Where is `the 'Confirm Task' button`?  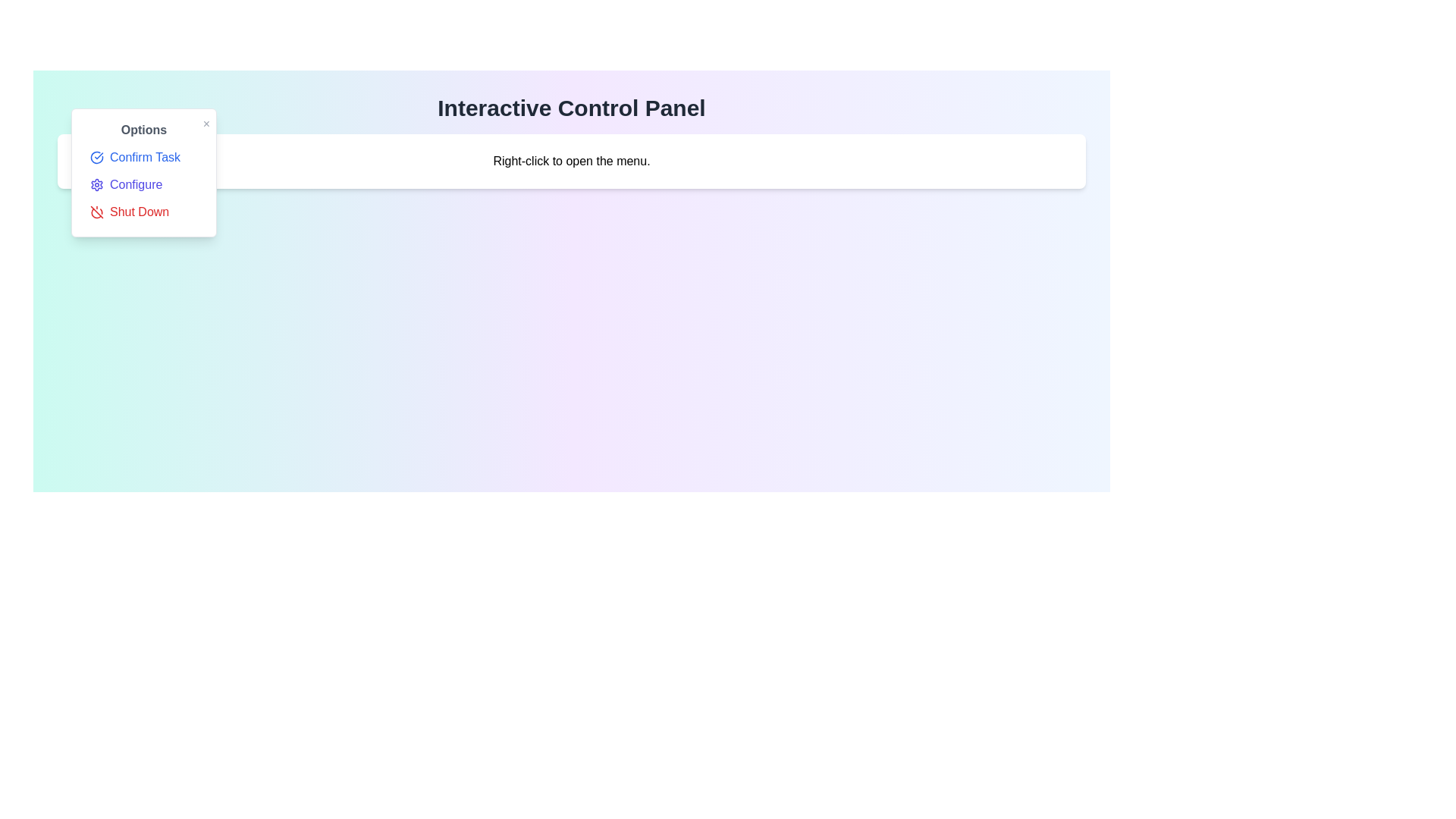 the 'Confirm Task' button is located at coordinates (144, 158).